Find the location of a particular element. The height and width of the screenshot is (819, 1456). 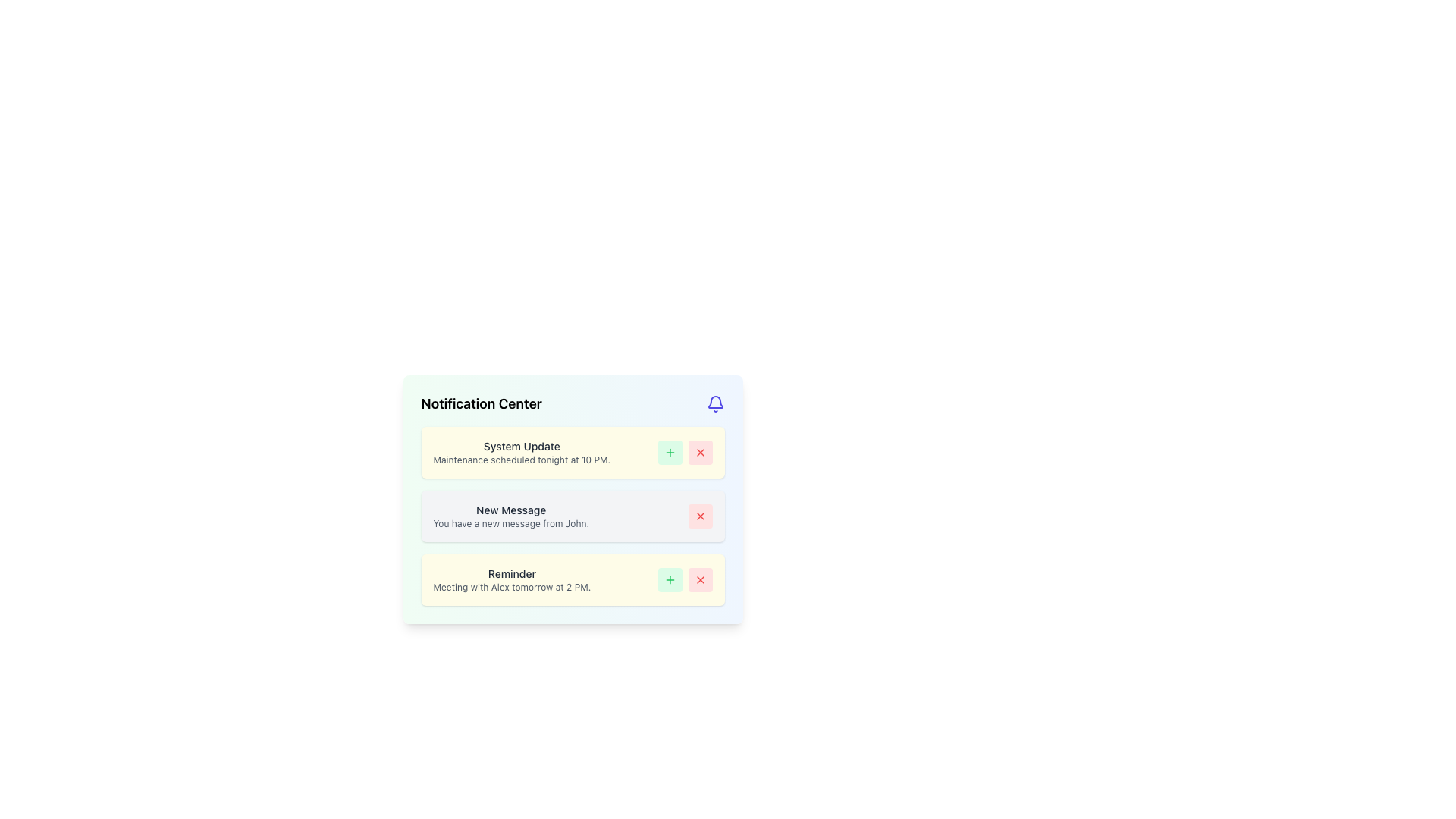

the 'New Message' text label in the Notification Center, which is displayed in dark gray within a light-colored background, positioned prominently in the second notification item is located at coordinates (511, 510).